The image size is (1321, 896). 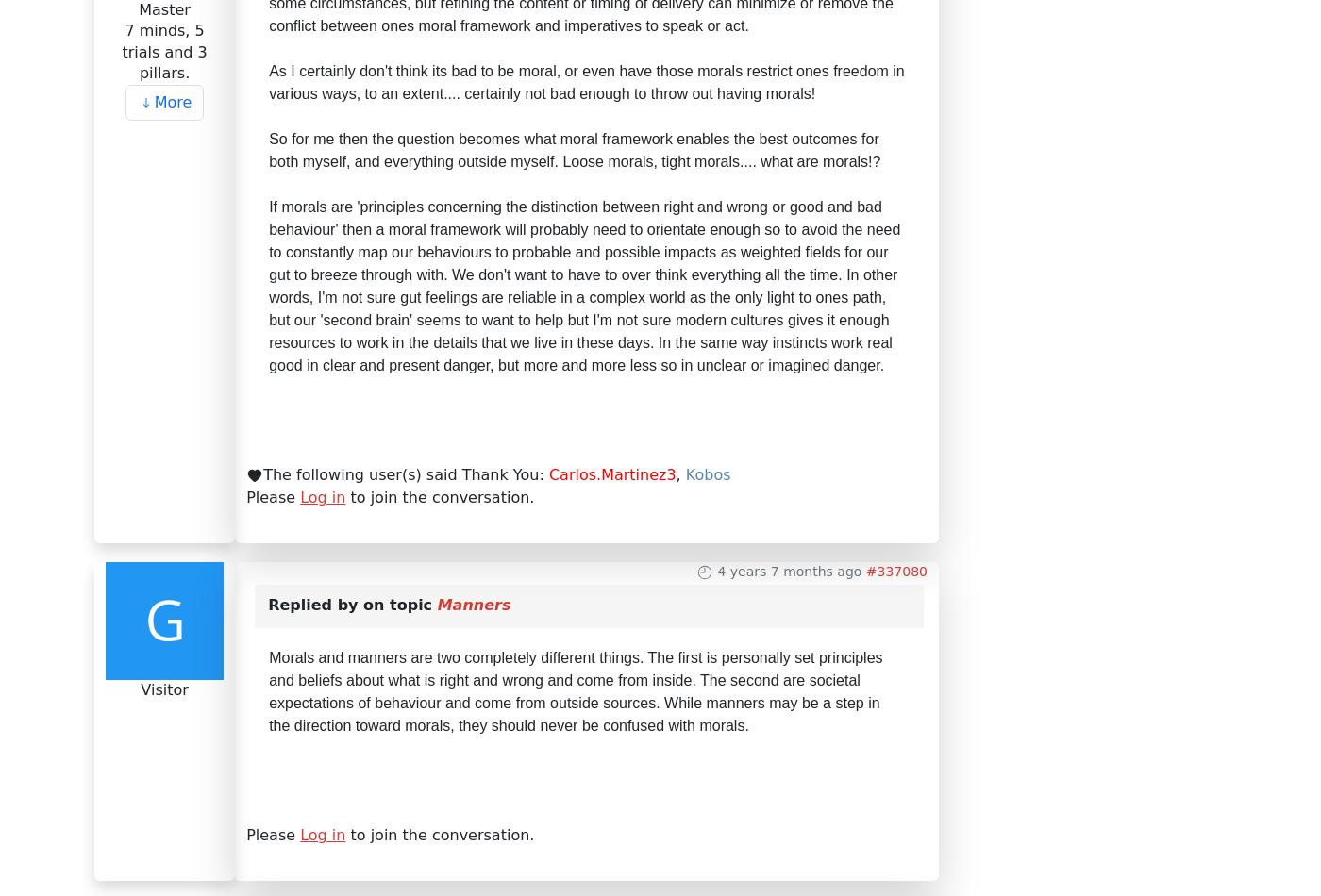 What do you see at coordinates (230, 386) in the screenshot?
I see `'OUTER RIM'` at bounding box center [230, 386].